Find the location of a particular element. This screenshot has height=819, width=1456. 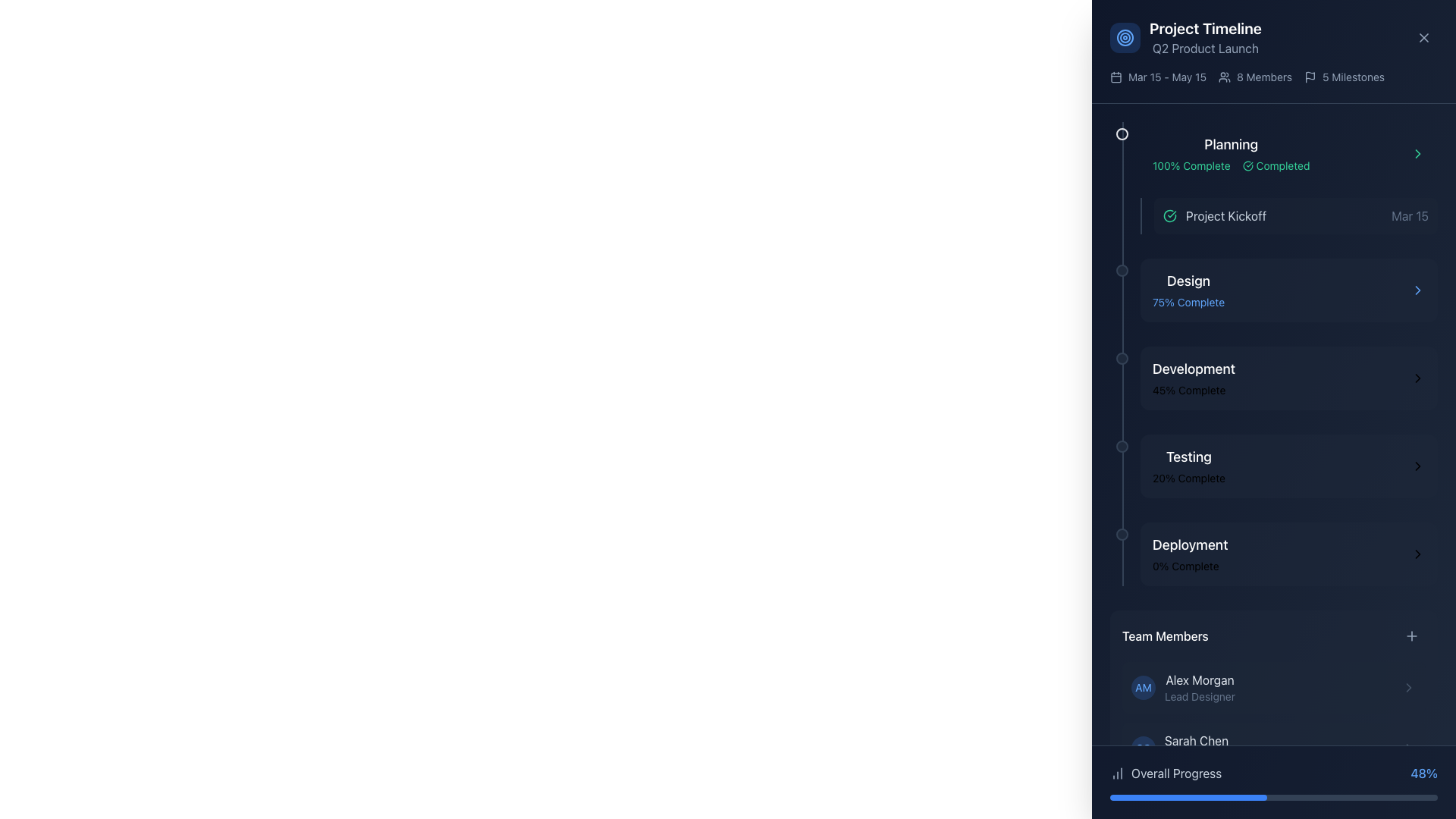

the 'Planning' header section in the timeline interface is located at coordinates (1288, 177).